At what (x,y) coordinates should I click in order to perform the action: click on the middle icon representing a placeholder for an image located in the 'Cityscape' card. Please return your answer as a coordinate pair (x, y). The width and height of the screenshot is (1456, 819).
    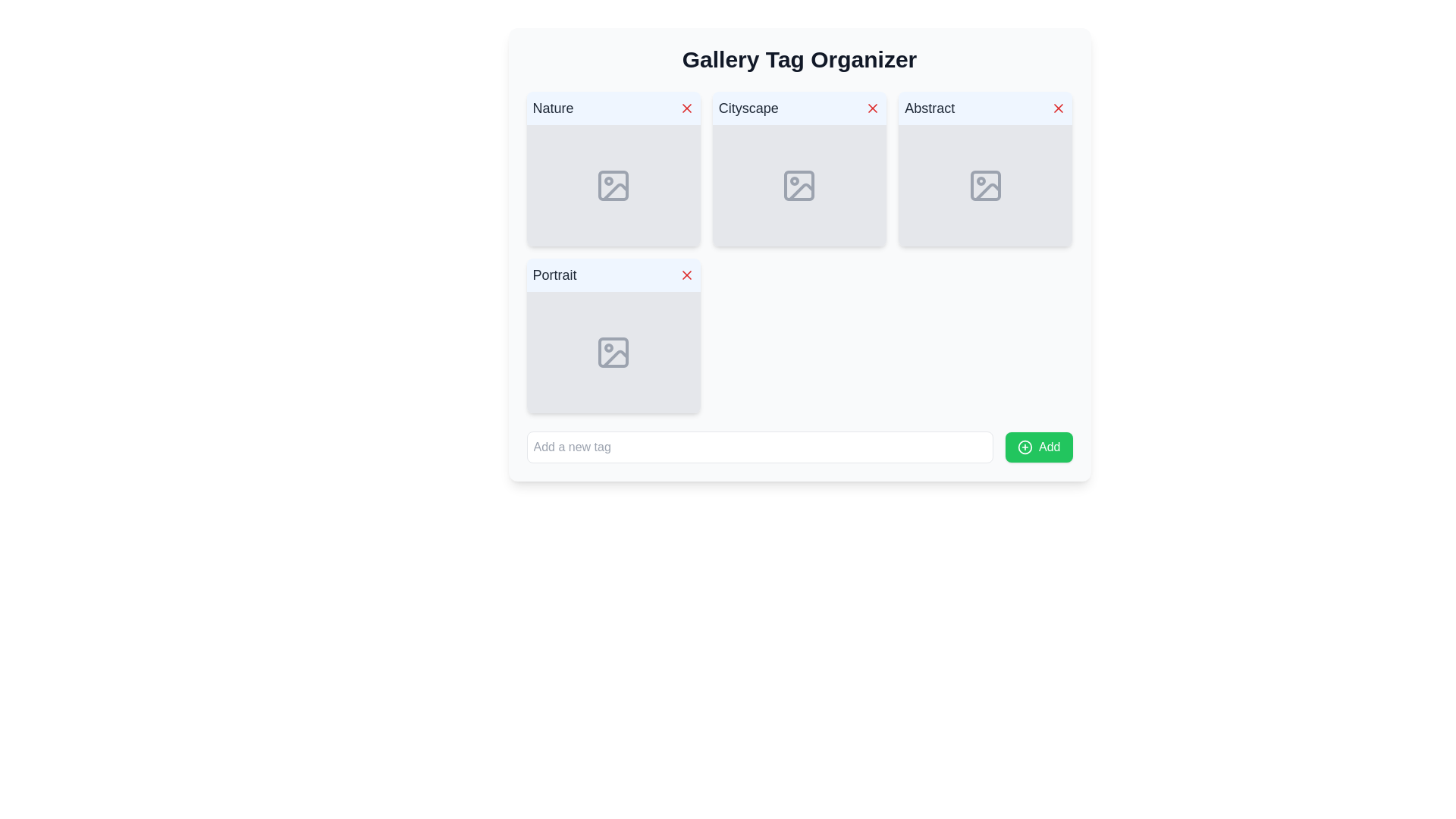
    Looking at the image, I should click on (799, 185).